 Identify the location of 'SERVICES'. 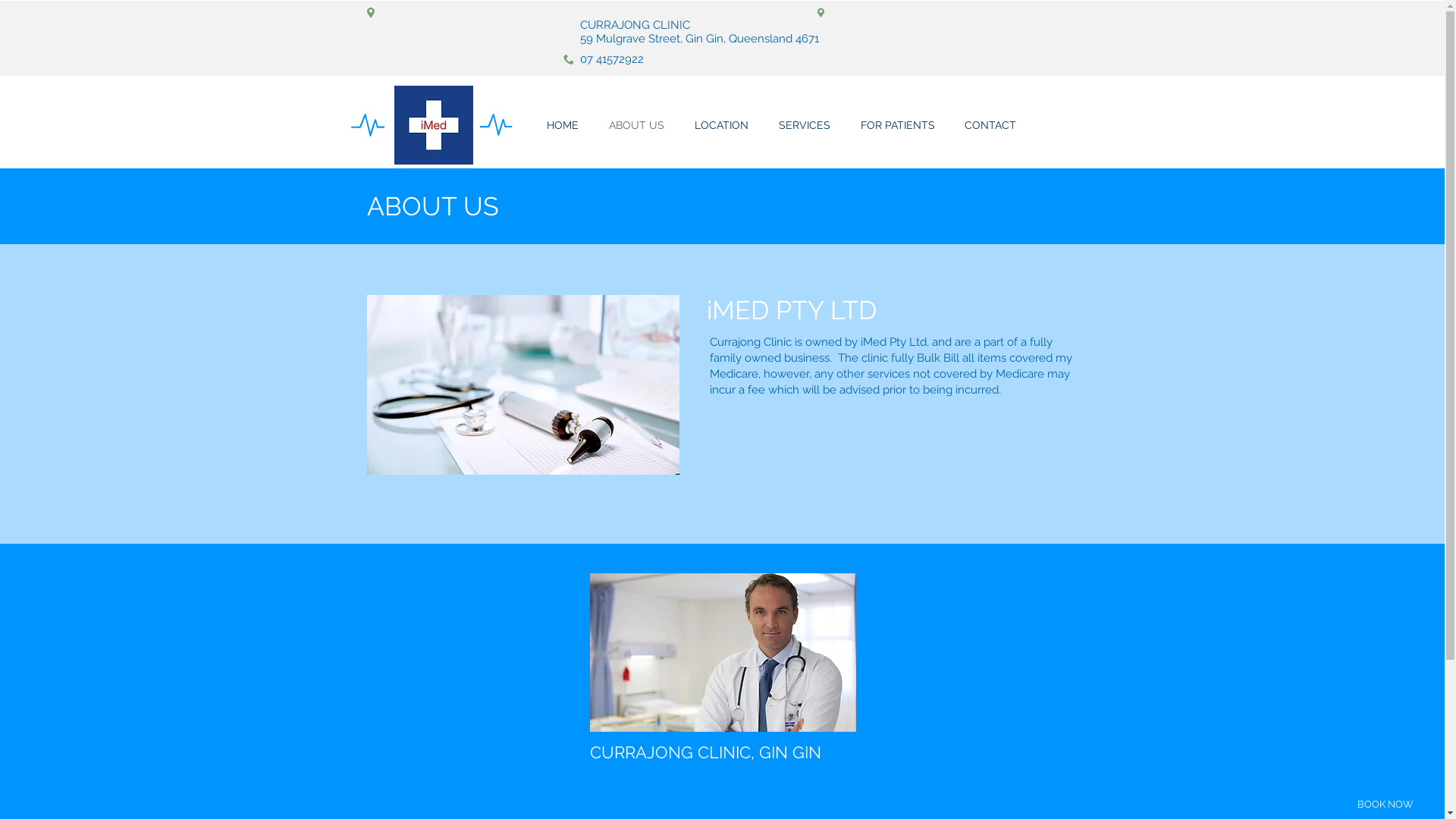
(803, 124).